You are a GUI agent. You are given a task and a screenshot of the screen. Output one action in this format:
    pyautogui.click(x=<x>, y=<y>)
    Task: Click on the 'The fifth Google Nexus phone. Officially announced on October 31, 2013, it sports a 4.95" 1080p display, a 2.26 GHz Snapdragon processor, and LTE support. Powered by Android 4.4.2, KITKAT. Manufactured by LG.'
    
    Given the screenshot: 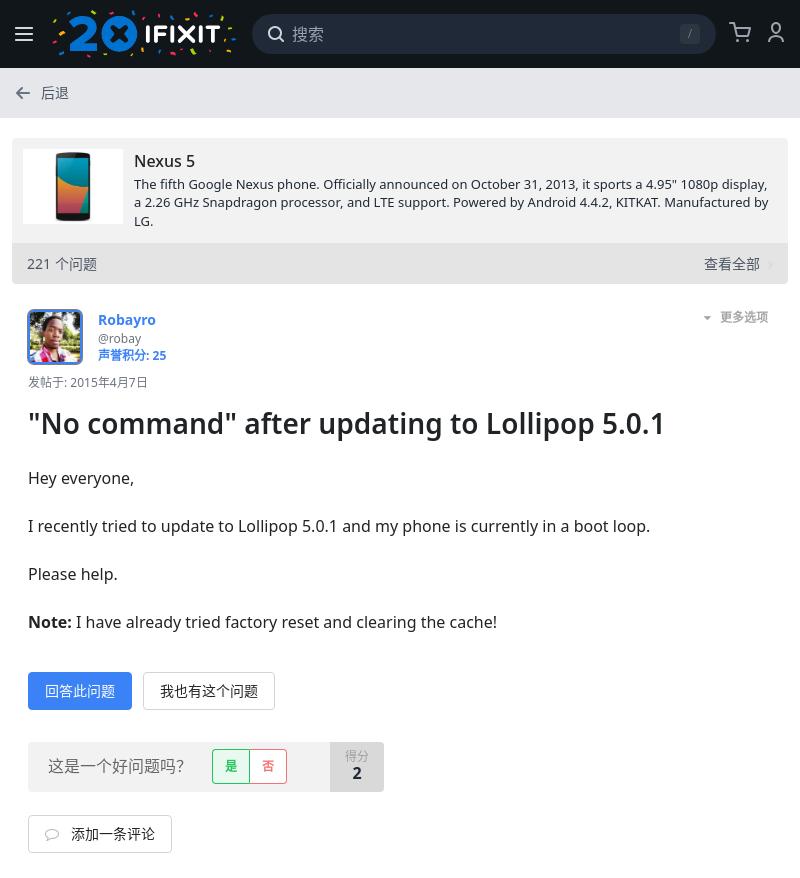 What is the action you would take?
    pyautogui.click(x=449, y=200)
    